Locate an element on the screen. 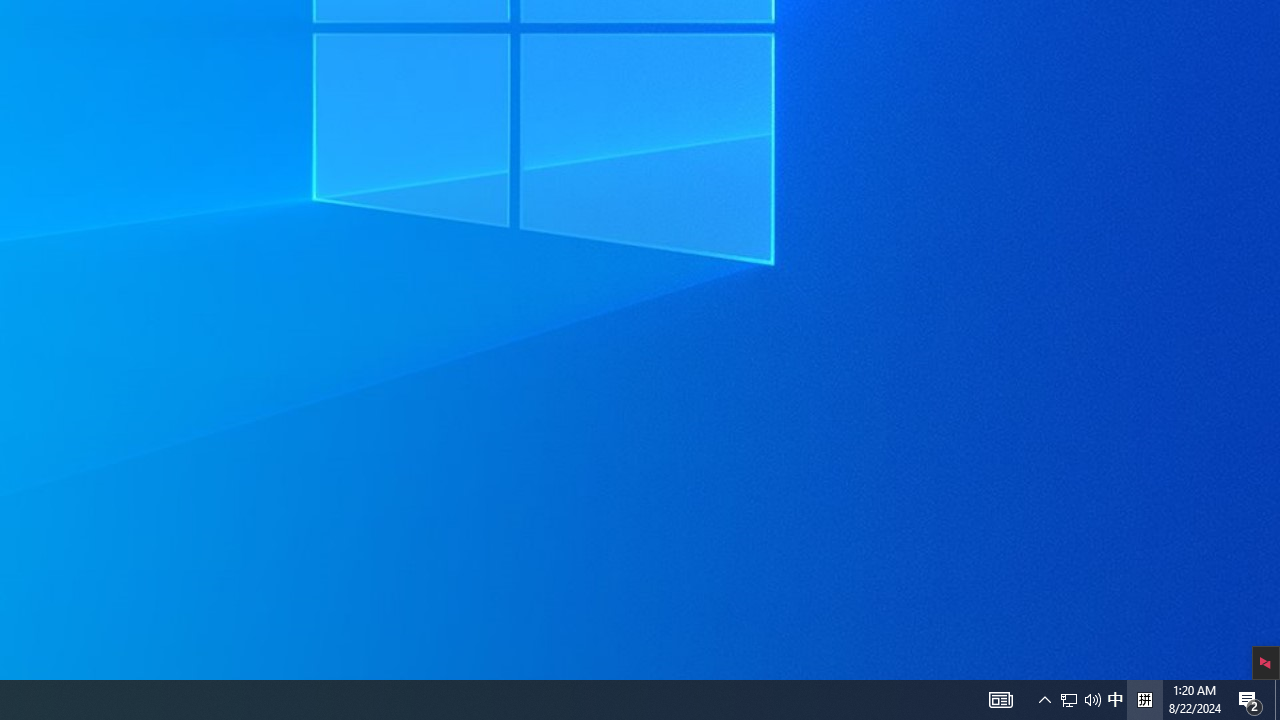  'Q2790: 100%' is located at coordinates (1092, 698).